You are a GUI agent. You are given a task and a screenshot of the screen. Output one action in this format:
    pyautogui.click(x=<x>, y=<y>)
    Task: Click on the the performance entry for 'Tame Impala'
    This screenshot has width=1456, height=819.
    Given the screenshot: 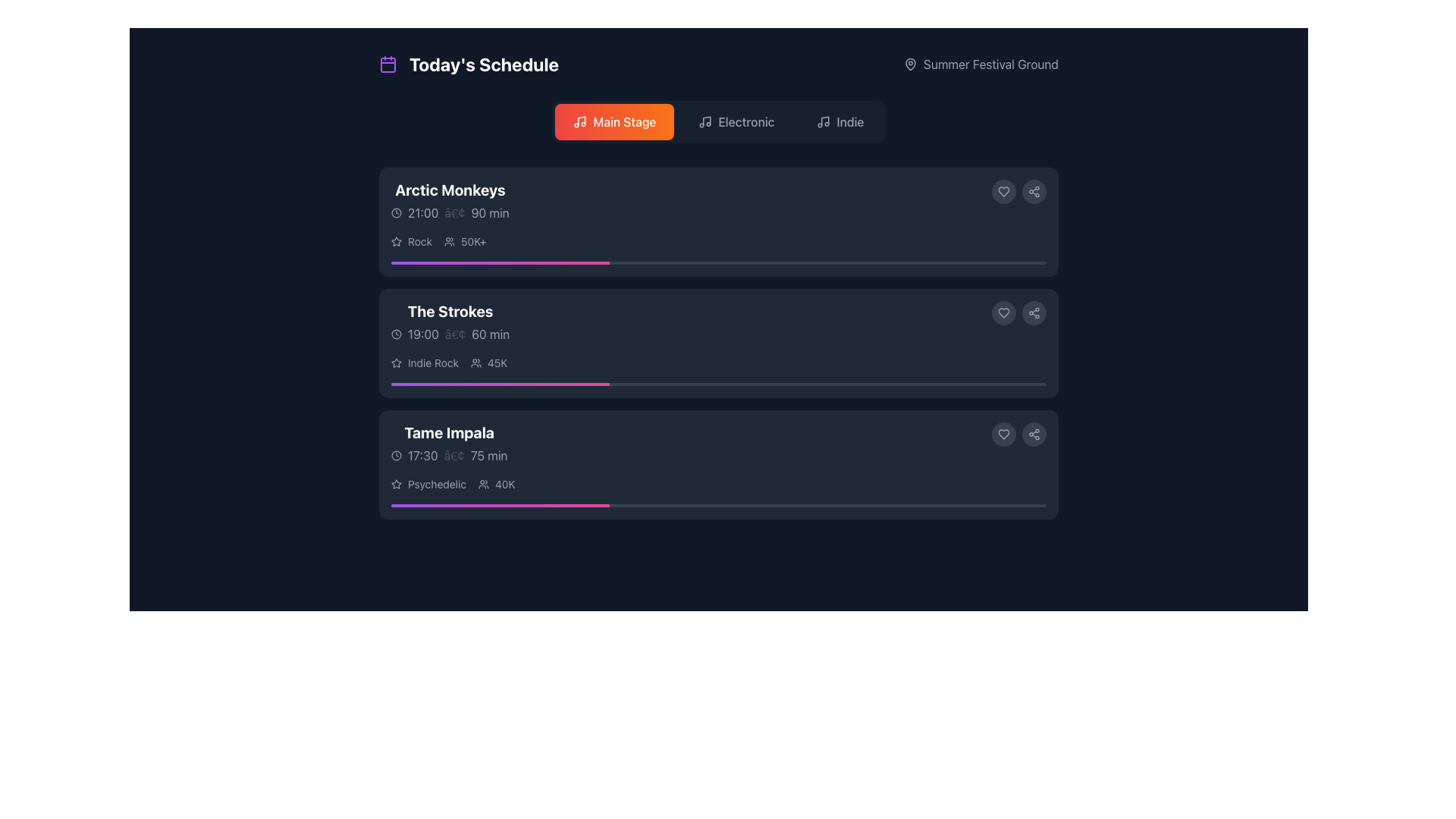 What is the action you would take?
    pyautogui.click(x=718, y=444)
    